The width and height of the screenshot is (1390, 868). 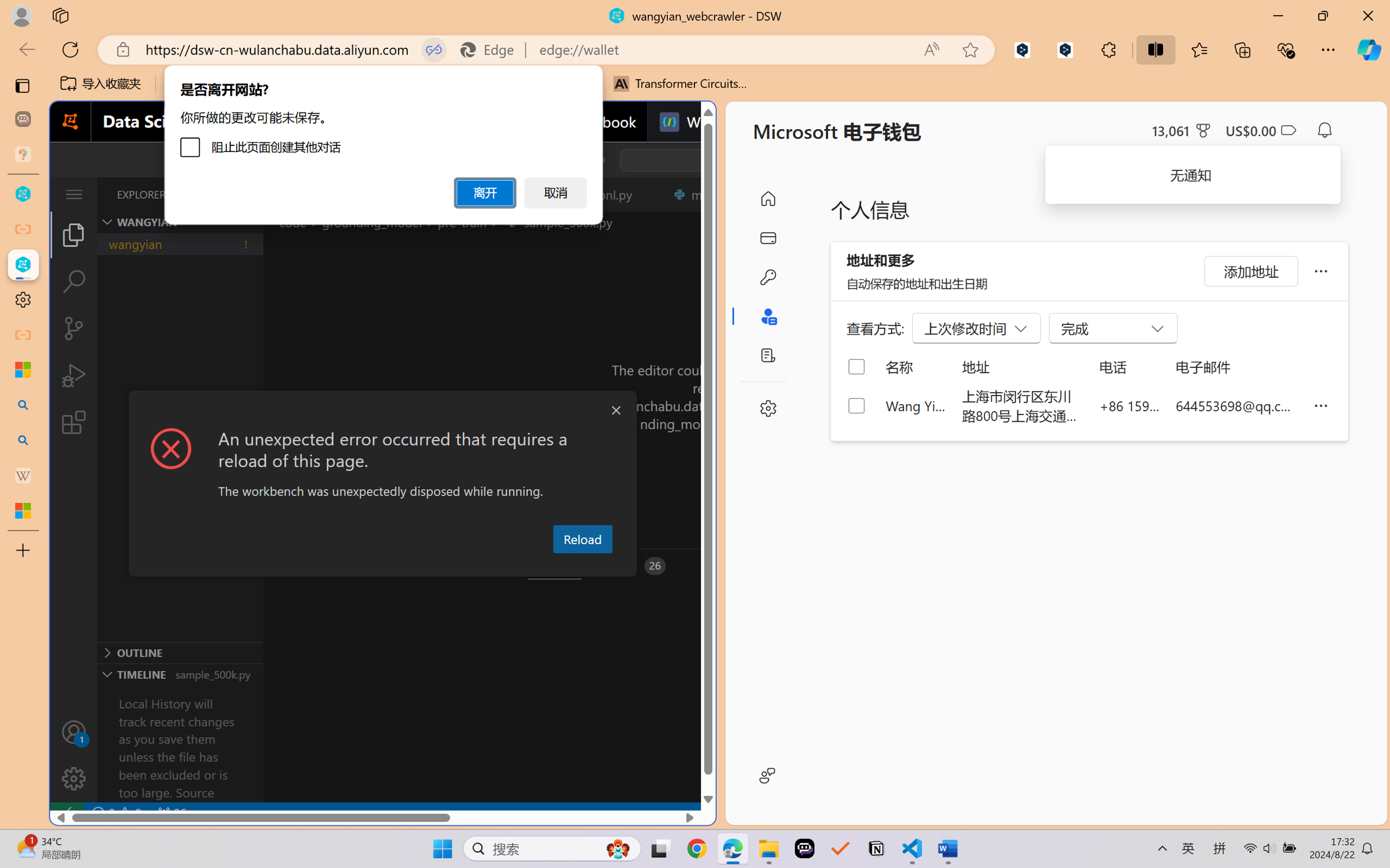 I want to click on 'Timeline Section', so click(x=180, y=674).